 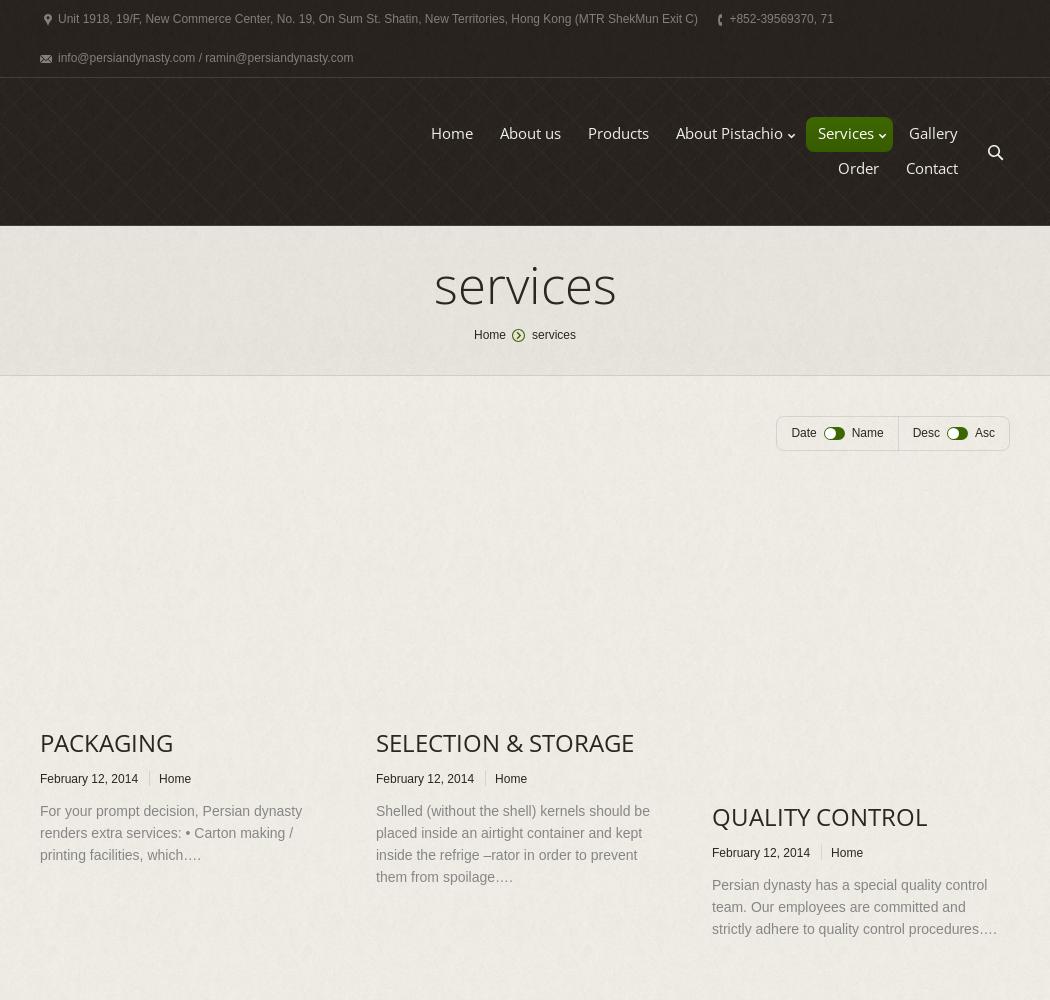 What do you see at coordinates (984, 433) in the screenshot?
I see `'Asc'` at bounding box center [984, 433].